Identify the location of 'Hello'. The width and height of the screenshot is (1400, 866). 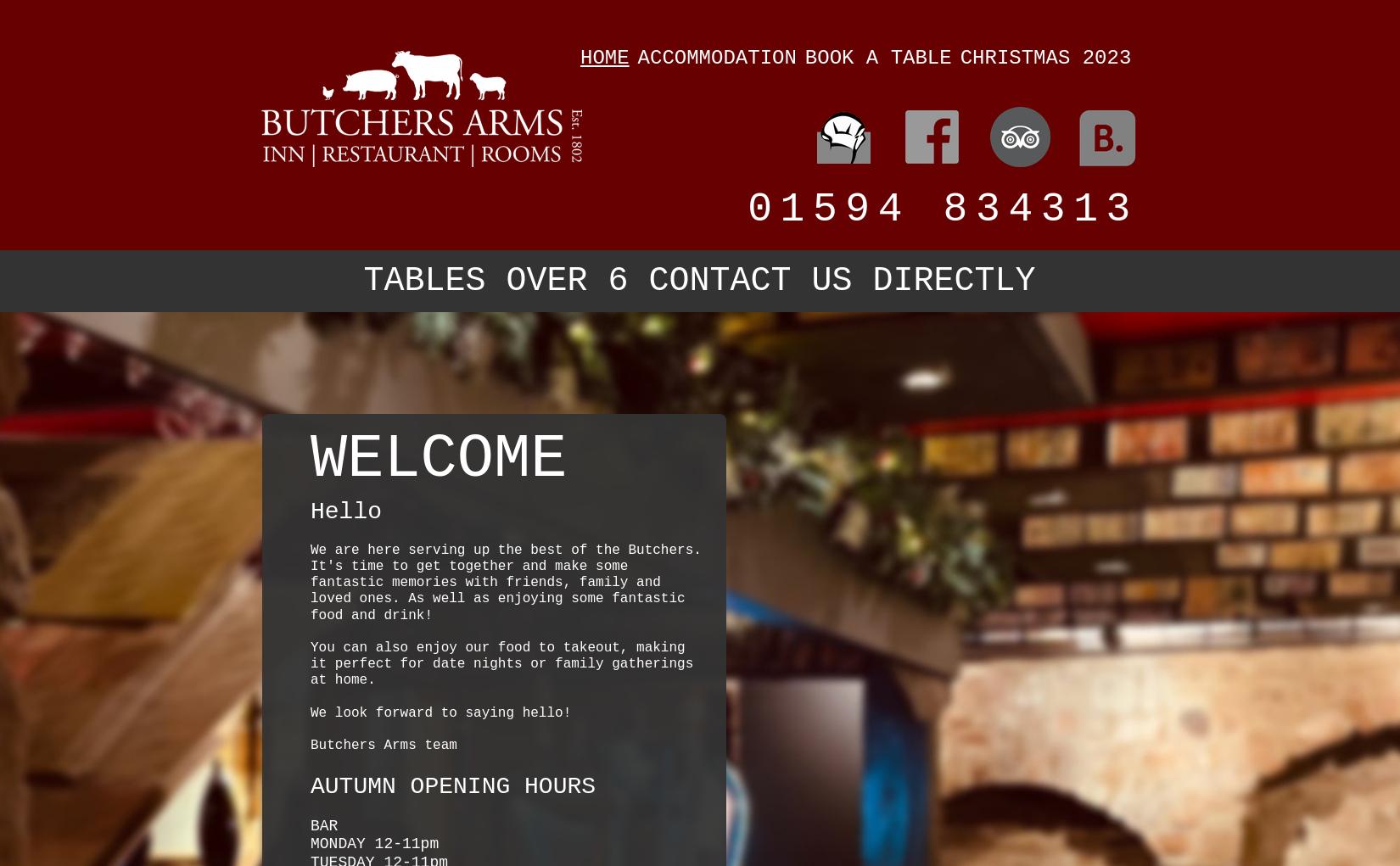
(310, 511).